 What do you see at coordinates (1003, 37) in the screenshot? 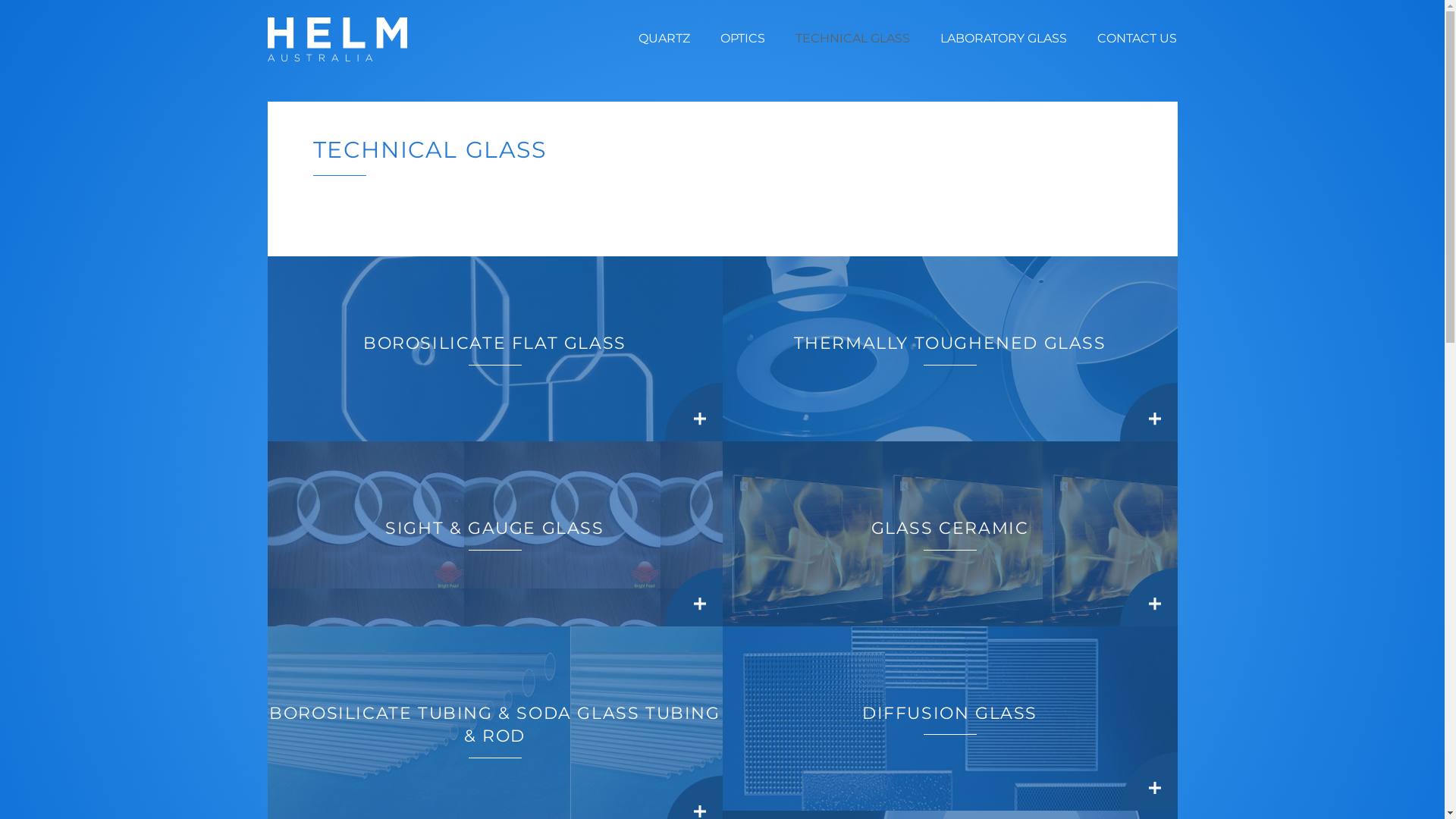
I see `'LABORATORY GLASS'` at bounding box center [1003, 37].